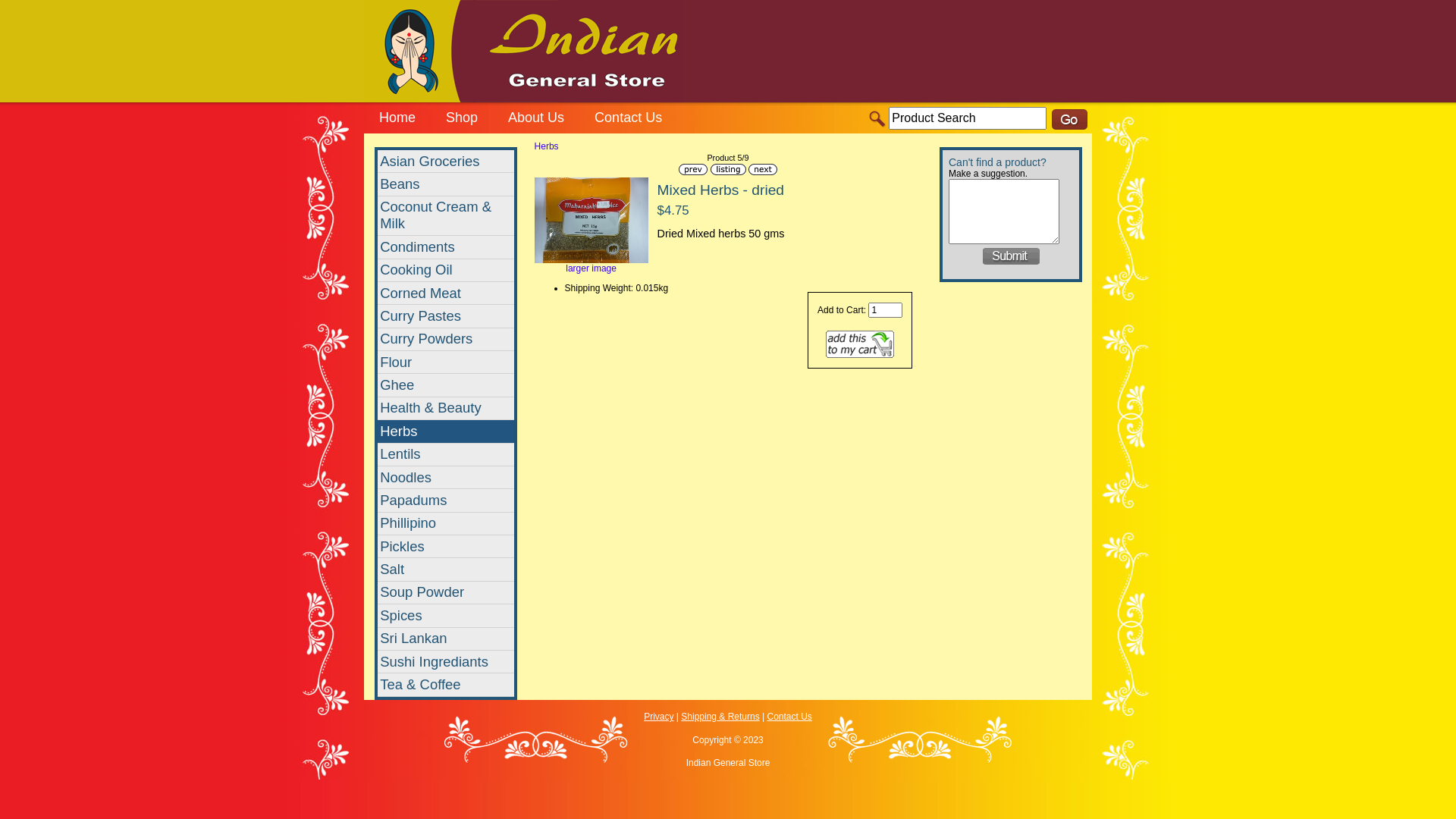 The height and width of the screenshot is (819, 1456). Describe the element at coordinates (445, 293) in the screenshot. I see `'Corned Meat'` at that location.